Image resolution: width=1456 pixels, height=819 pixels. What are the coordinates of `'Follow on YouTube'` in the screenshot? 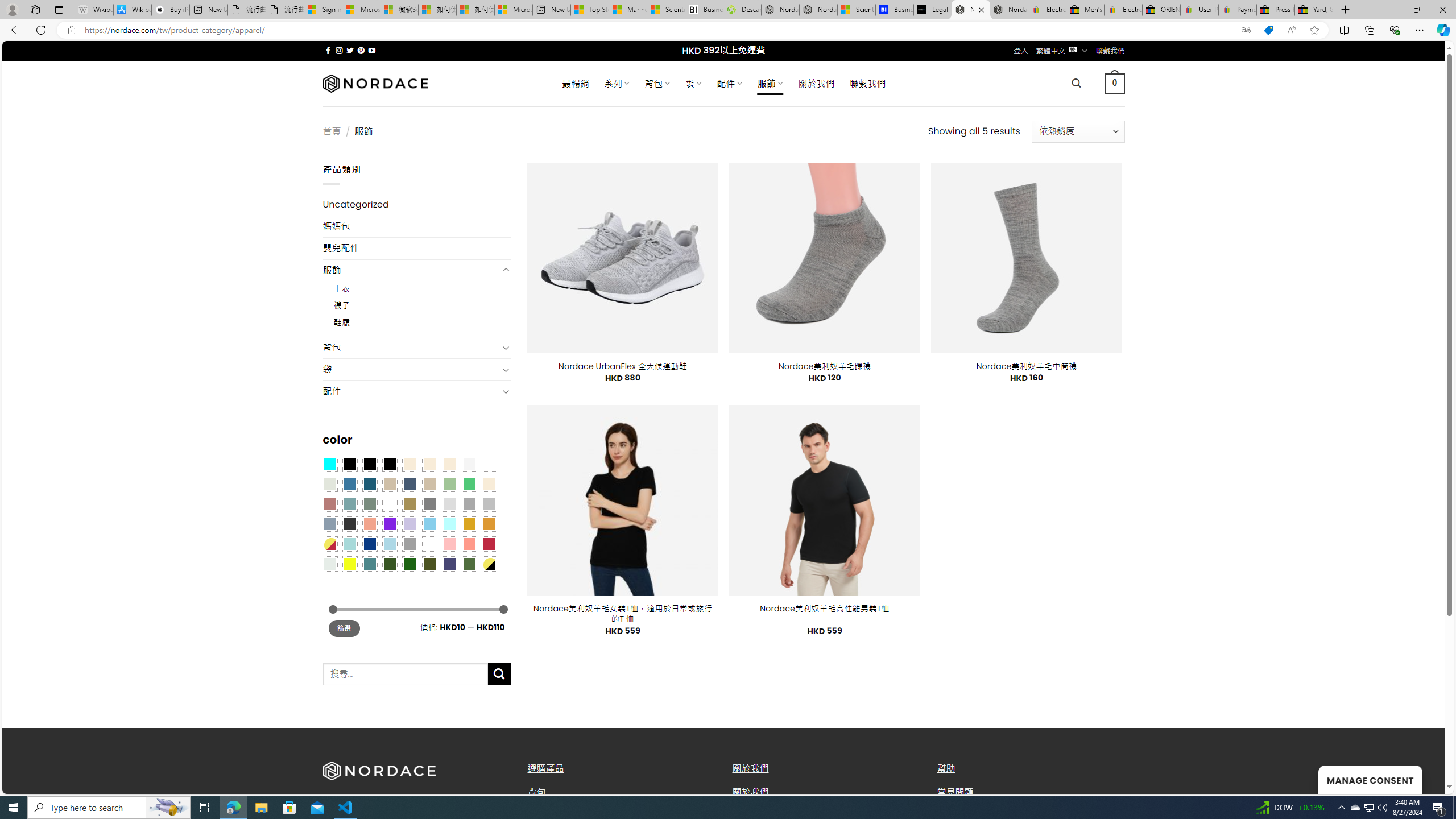 It's located at (371, 50).